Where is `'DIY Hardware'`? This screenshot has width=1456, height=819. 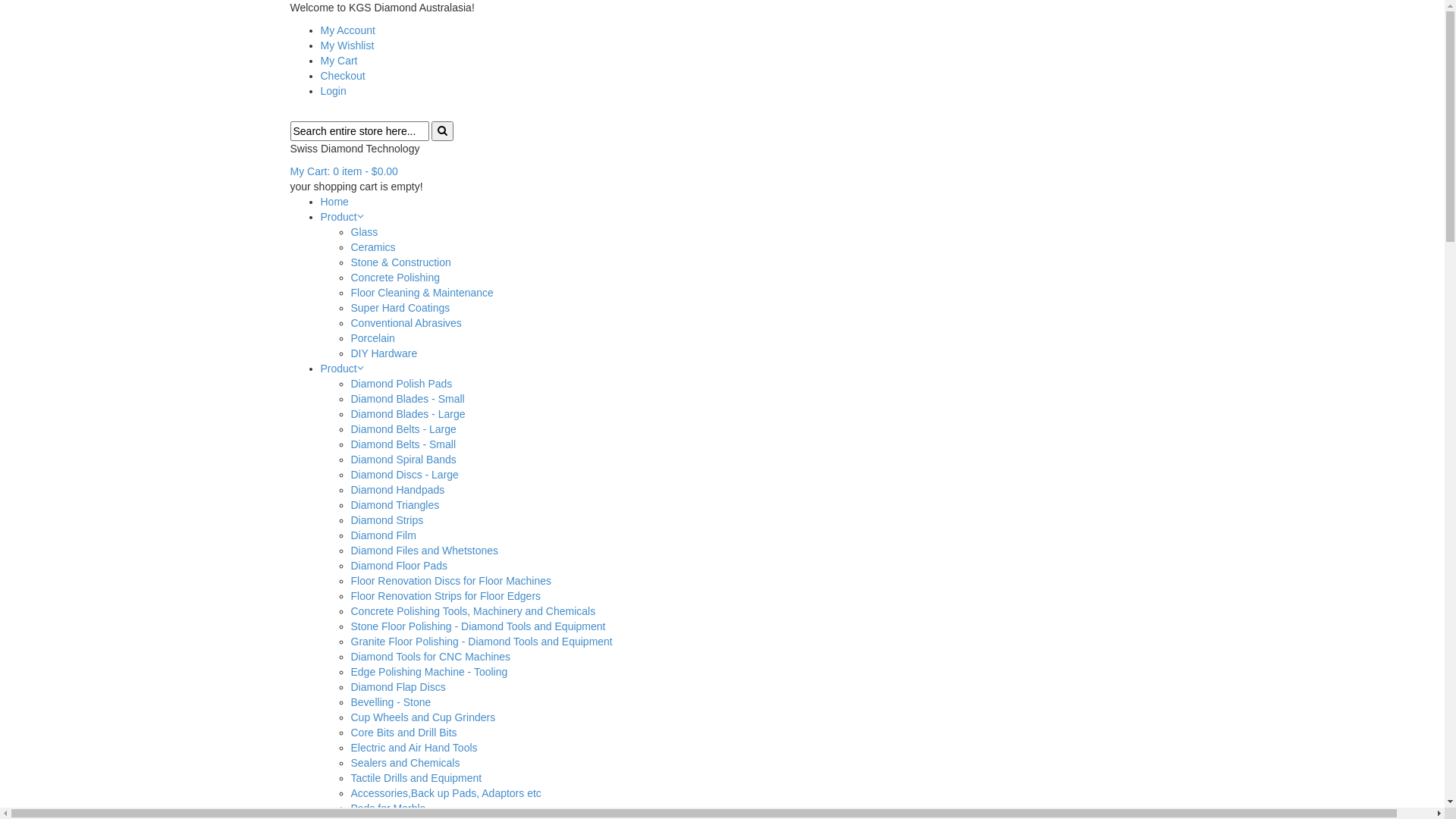
'DIY Hardware' is located at coordinates (383, 353).